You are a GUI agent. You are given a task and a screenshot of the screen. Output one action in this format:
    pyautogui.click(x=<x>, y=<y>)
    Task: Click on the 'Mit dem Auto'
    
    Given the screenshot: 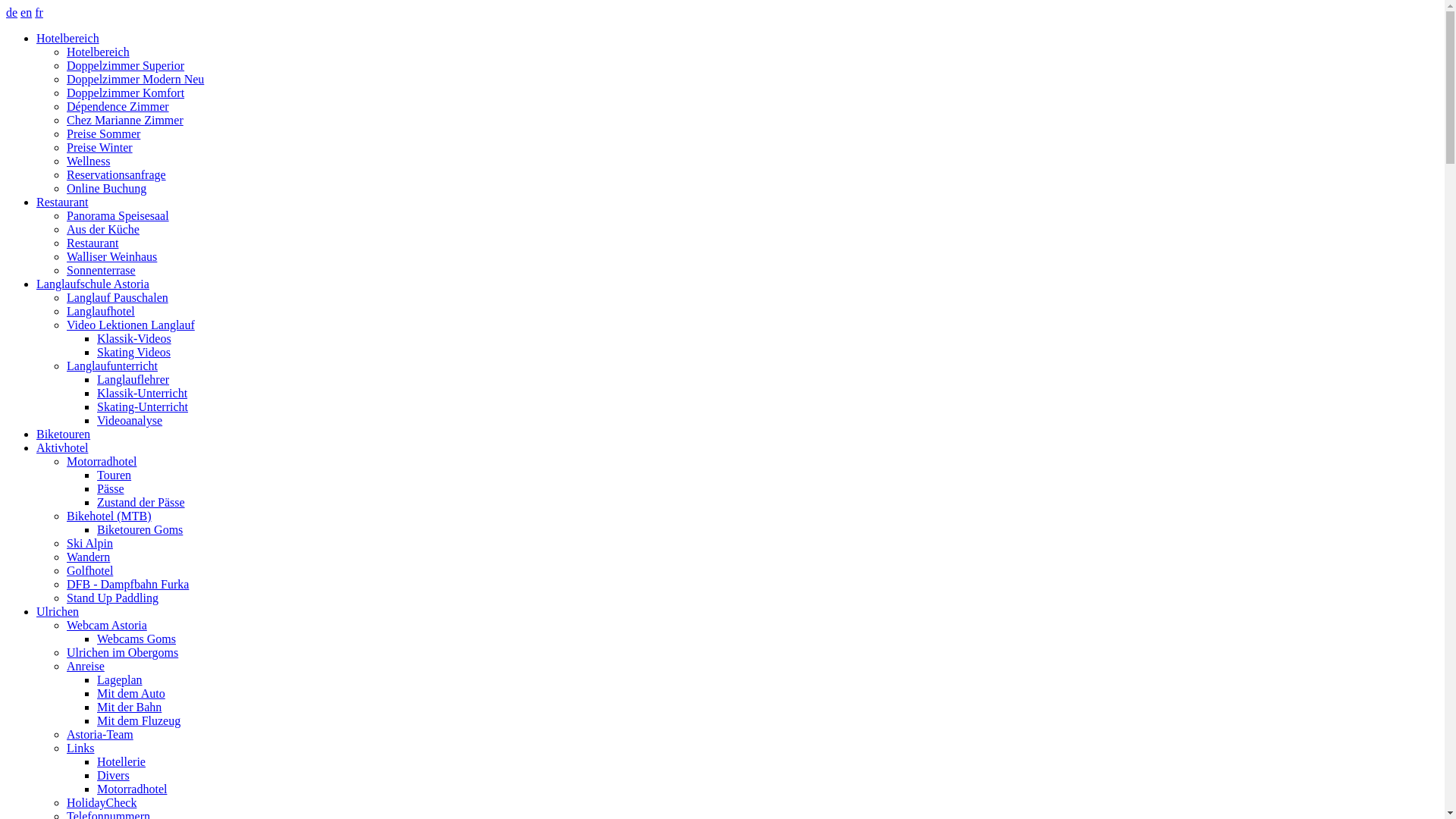 What is the action you would take?
    pyautogui.click(x=96, y=693)
    